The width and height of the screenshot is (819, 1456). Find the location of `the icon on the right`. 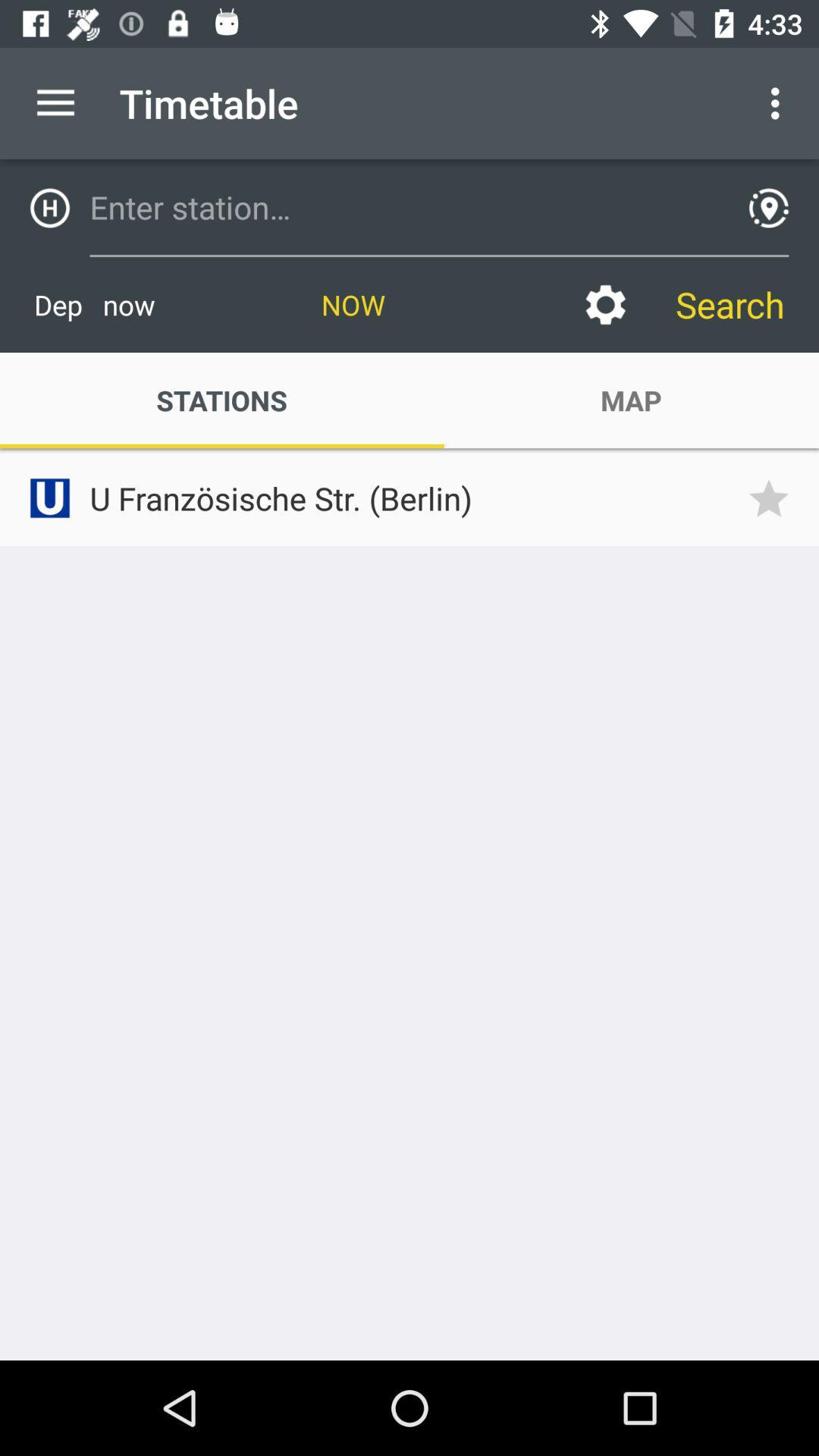

the icon on the right is located at coordinates (773, 498).